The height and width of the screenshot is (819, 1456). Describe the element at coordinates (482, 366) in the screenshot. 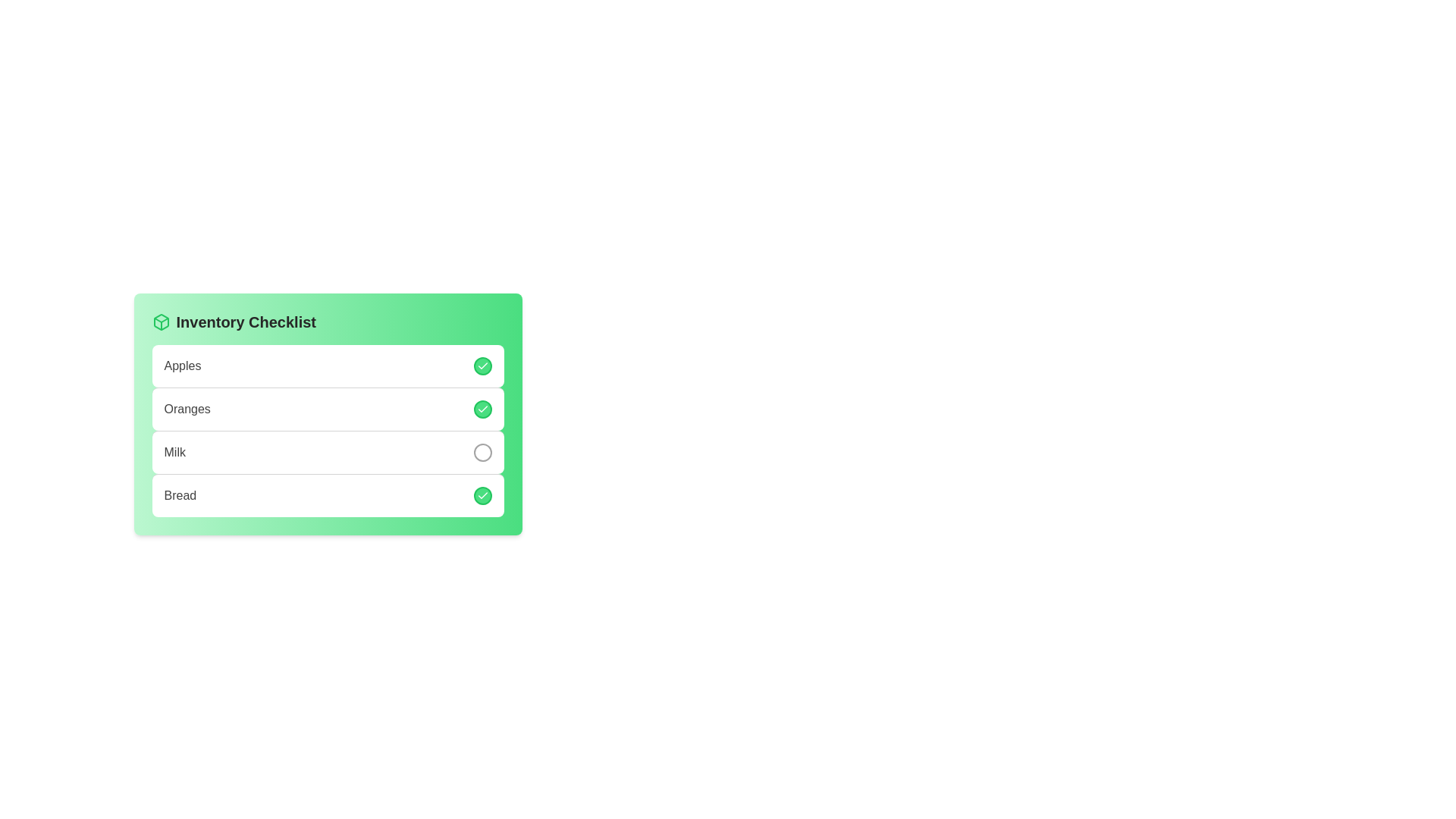

I see `the green checkmark button located on the right side of the 'Apples' row in the checklist interface` at that location.